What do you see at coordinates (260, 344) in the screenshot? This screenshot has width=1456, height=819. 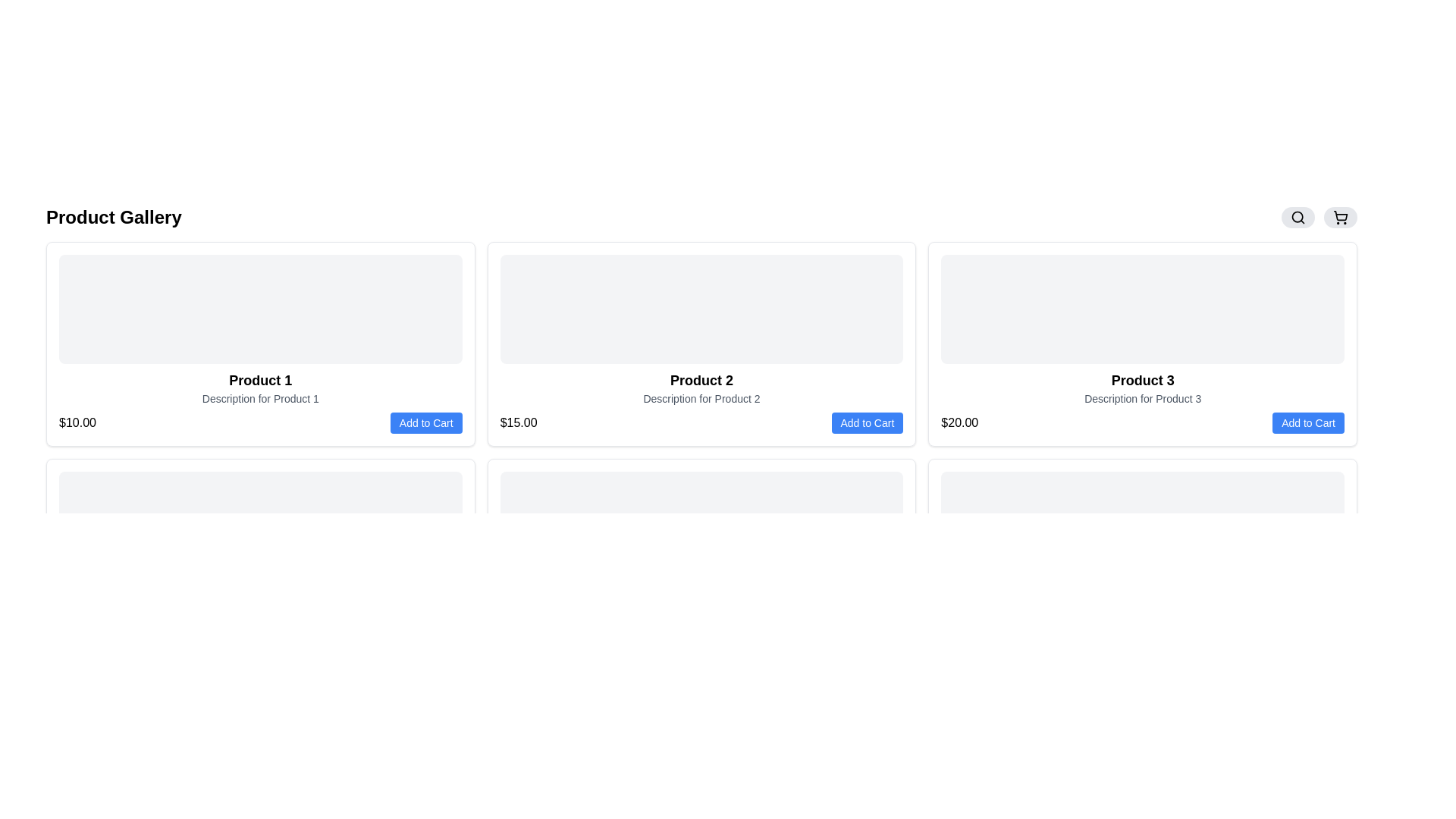 I see `the Card Component displaying 'Product 1', which is located in the first row and first column of the product grid` at bounding box center [260, 344].